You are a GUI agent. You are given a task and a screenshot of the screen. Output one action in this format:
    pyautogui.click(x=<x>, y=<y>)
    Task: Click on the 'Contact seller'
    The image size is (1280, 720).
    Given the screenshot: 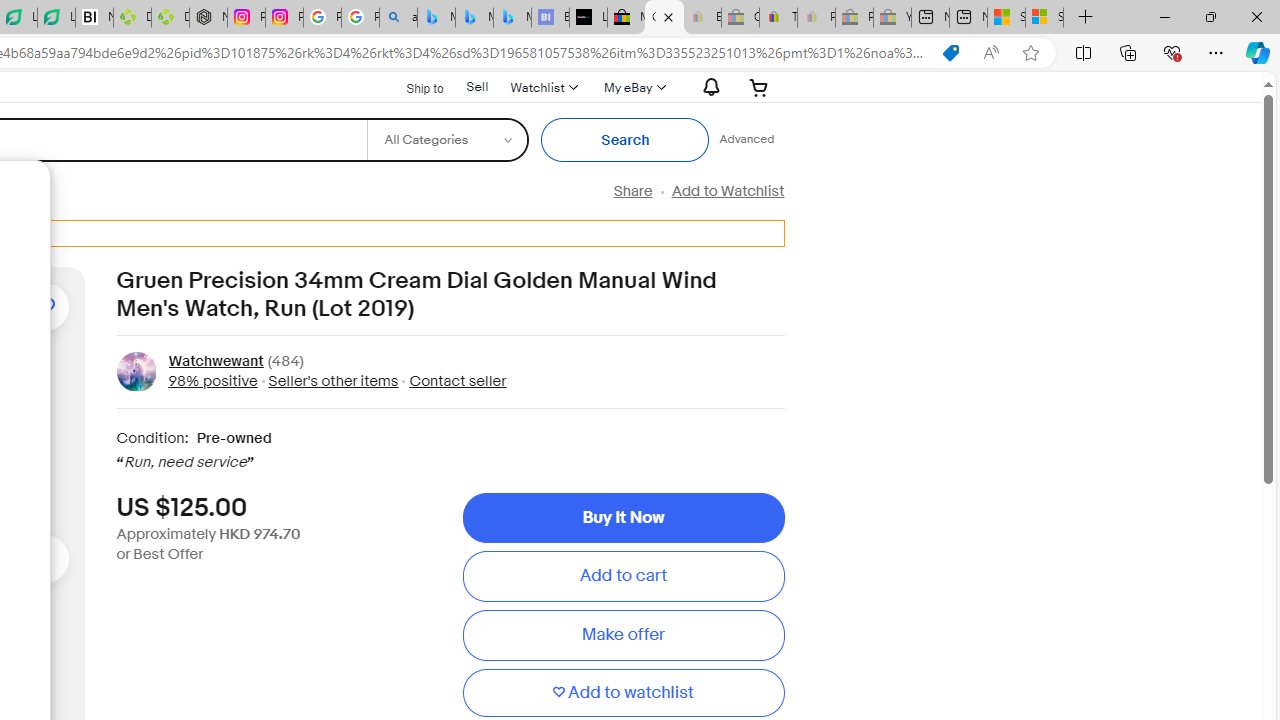 What is the action you would take?
    pyautogui.click(x=457, y=380)
    